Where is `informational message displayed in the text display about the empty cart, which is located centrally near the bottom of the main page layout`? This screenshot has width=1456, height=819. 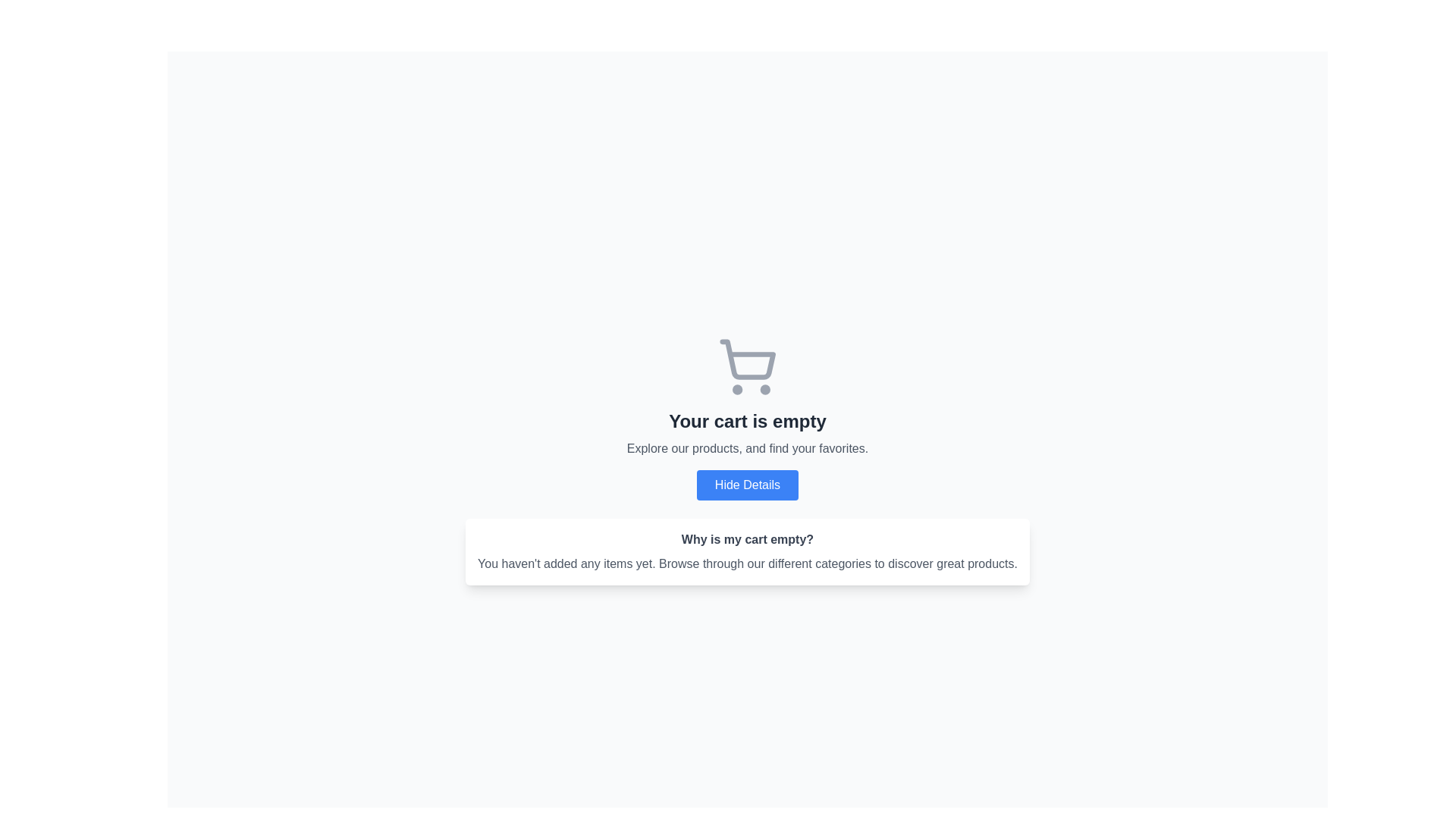 informational message displayed in the text display about the empty cart, which is located centrally near the bottom of the main page layout is located at coordinates (747, 564).